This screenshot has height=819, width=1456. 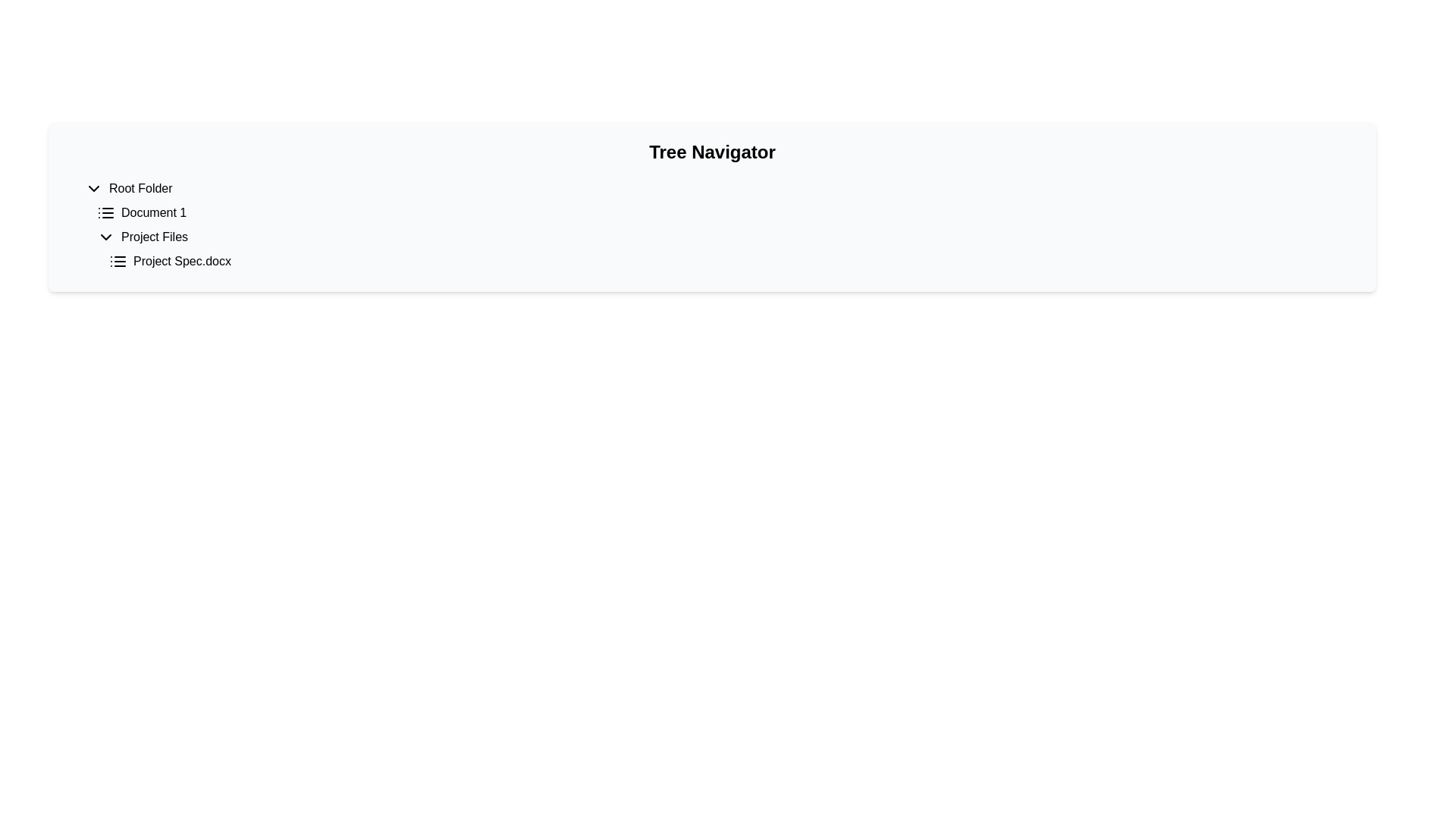 What do you see at coordinates (140, 188) in the screenshot?
I see `the 'Root Folder' text label in the tree navigation structure` at bounding box center [140, 188].